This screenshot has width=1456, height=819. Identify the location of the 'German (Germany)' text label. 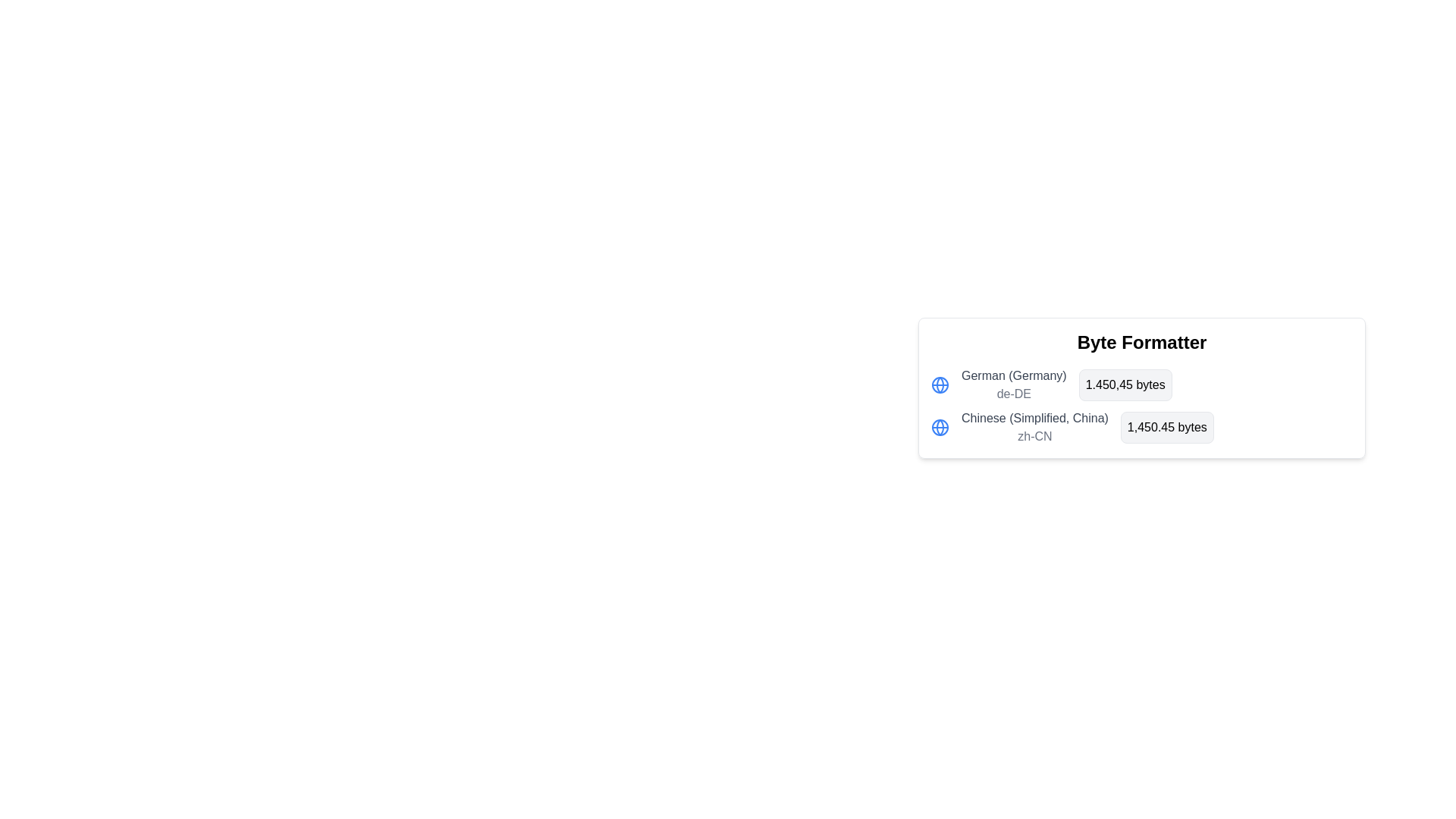
(1014, 384).